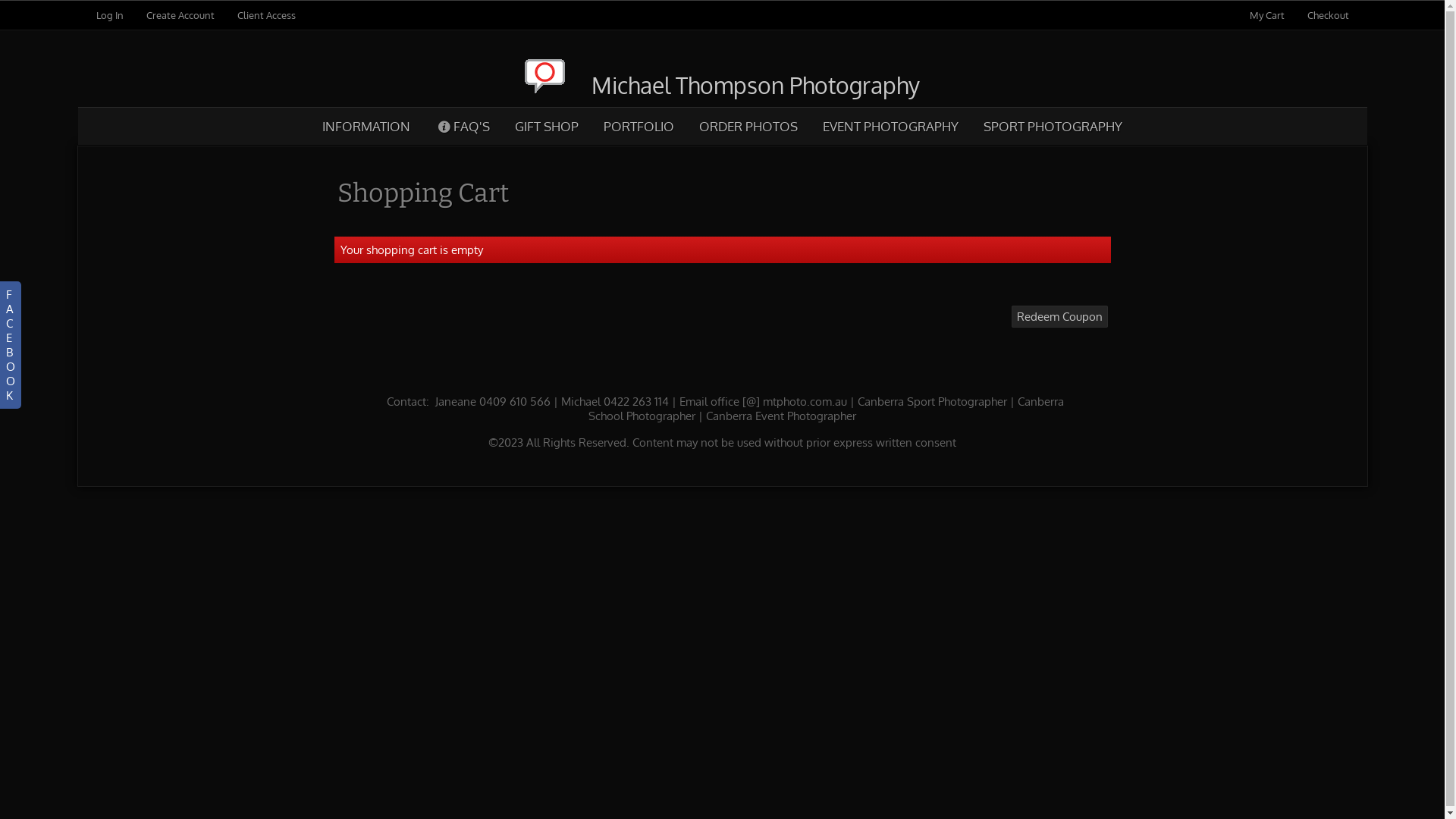  Describe the element at coordinates (462, 125) in the screenshot. I see `'FAQ'S'` at that location.